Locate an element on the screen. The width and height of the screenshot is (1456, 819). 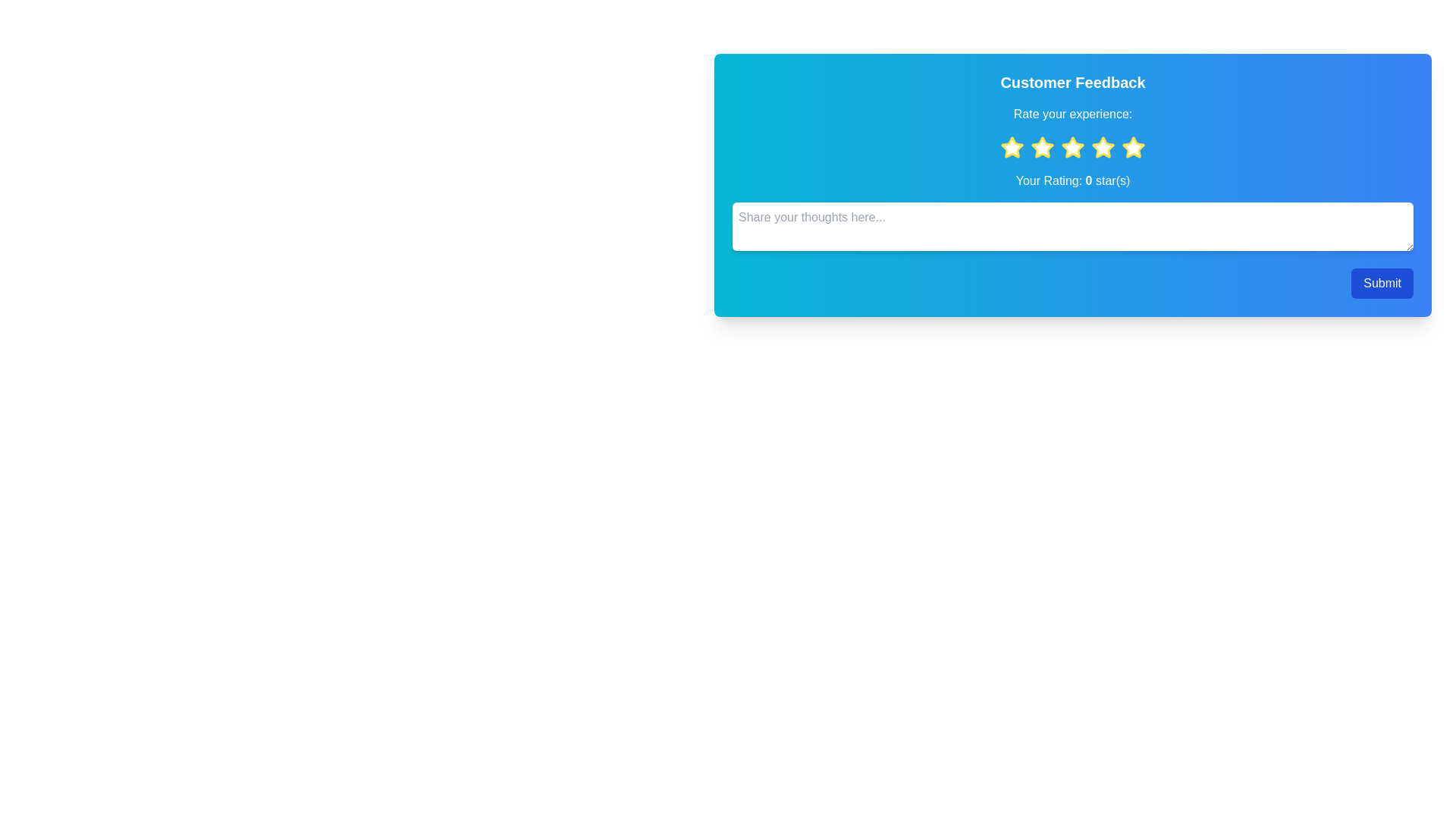
the star corresponding to the desired rating 2 is located at coordinates (1041, 148).